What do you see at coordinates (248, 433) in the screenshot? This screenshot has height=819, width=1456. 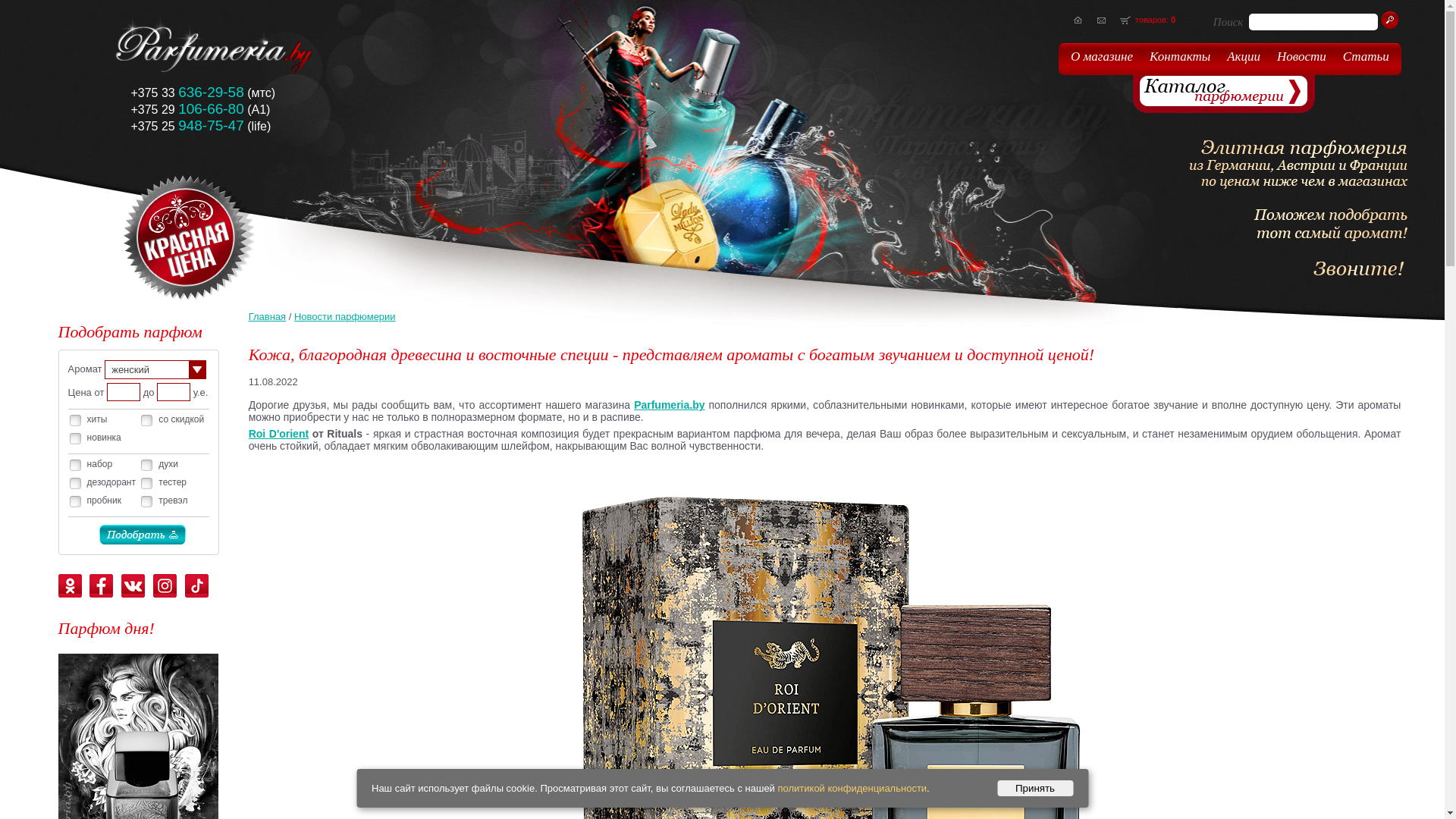 I see `'Roi D'orient'` at bounding box center [248, 433].